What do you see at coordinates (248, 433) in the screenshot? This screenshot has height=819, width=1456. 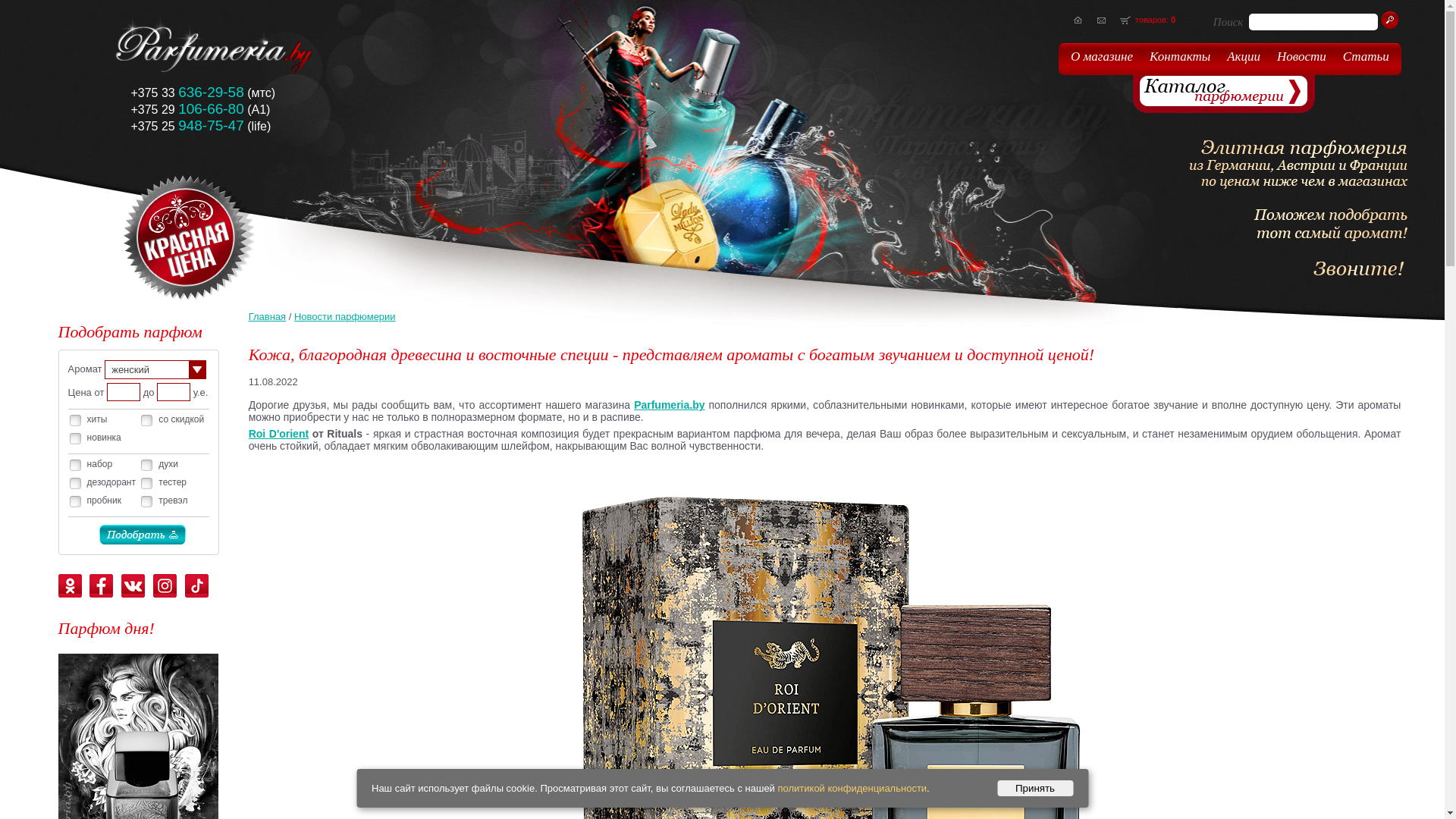 I see `'Roi D'orient'` at bounding box center [248, 433].